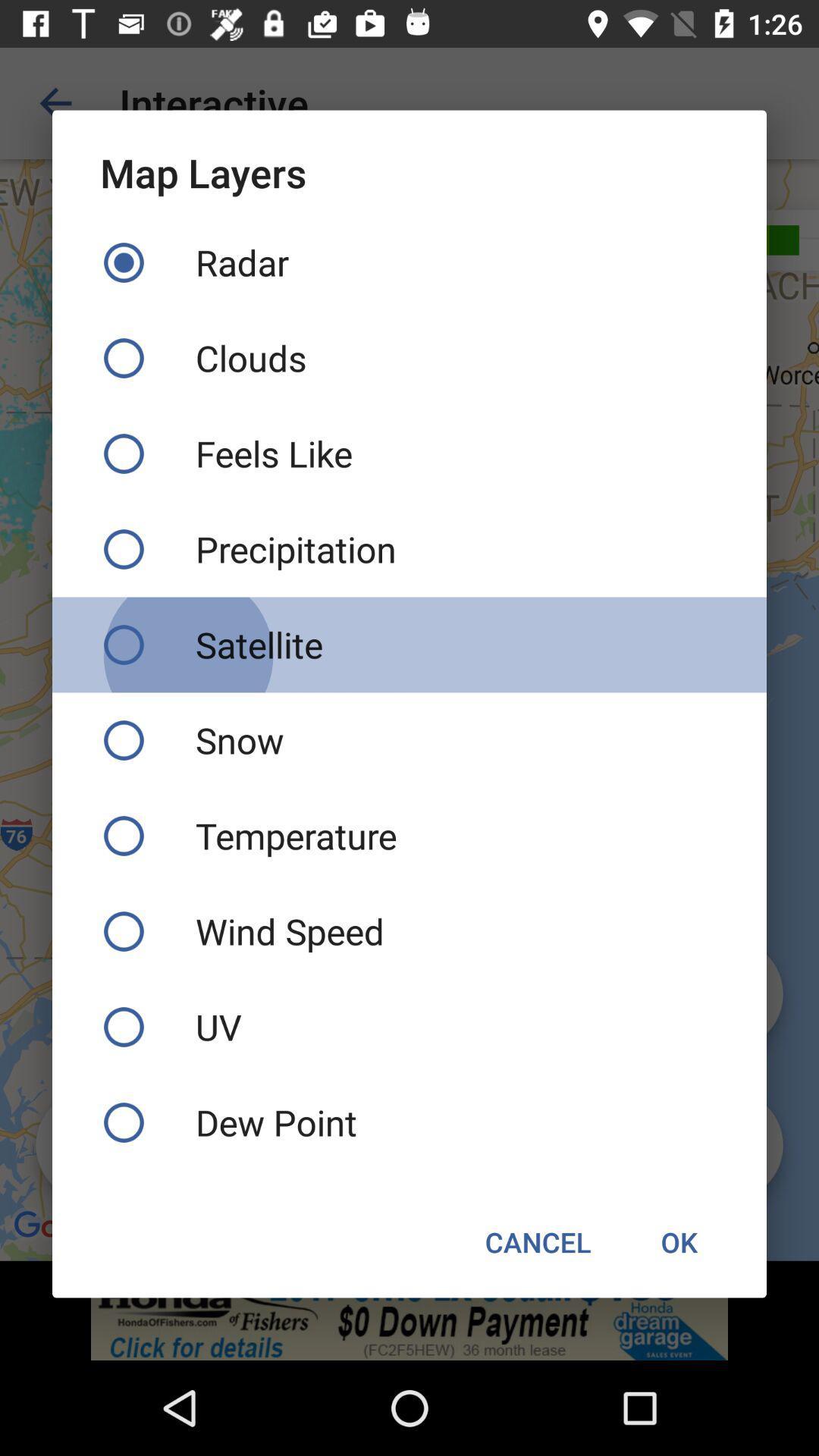 The height and width of the screenshot is (1456, 819). What do you see at coordinates (678, 1241) in the screenshot?
I see `the item to the right of cancel icon` at bounding box center [678, 1241].